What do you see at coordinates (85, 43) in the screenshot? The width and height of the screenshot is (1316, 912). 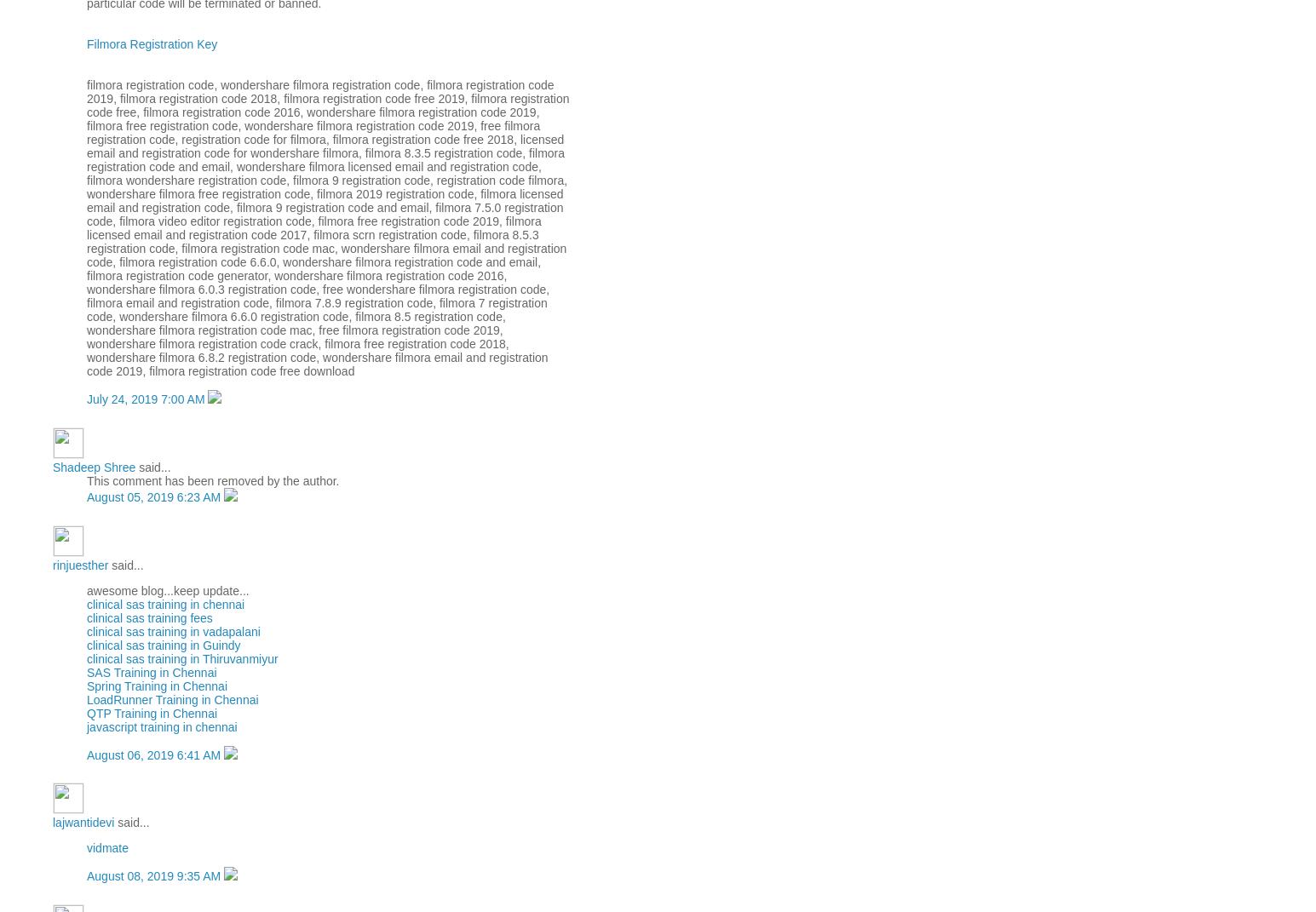 I see `'Filmora Registration Key'` at bounding box center [85, 43].